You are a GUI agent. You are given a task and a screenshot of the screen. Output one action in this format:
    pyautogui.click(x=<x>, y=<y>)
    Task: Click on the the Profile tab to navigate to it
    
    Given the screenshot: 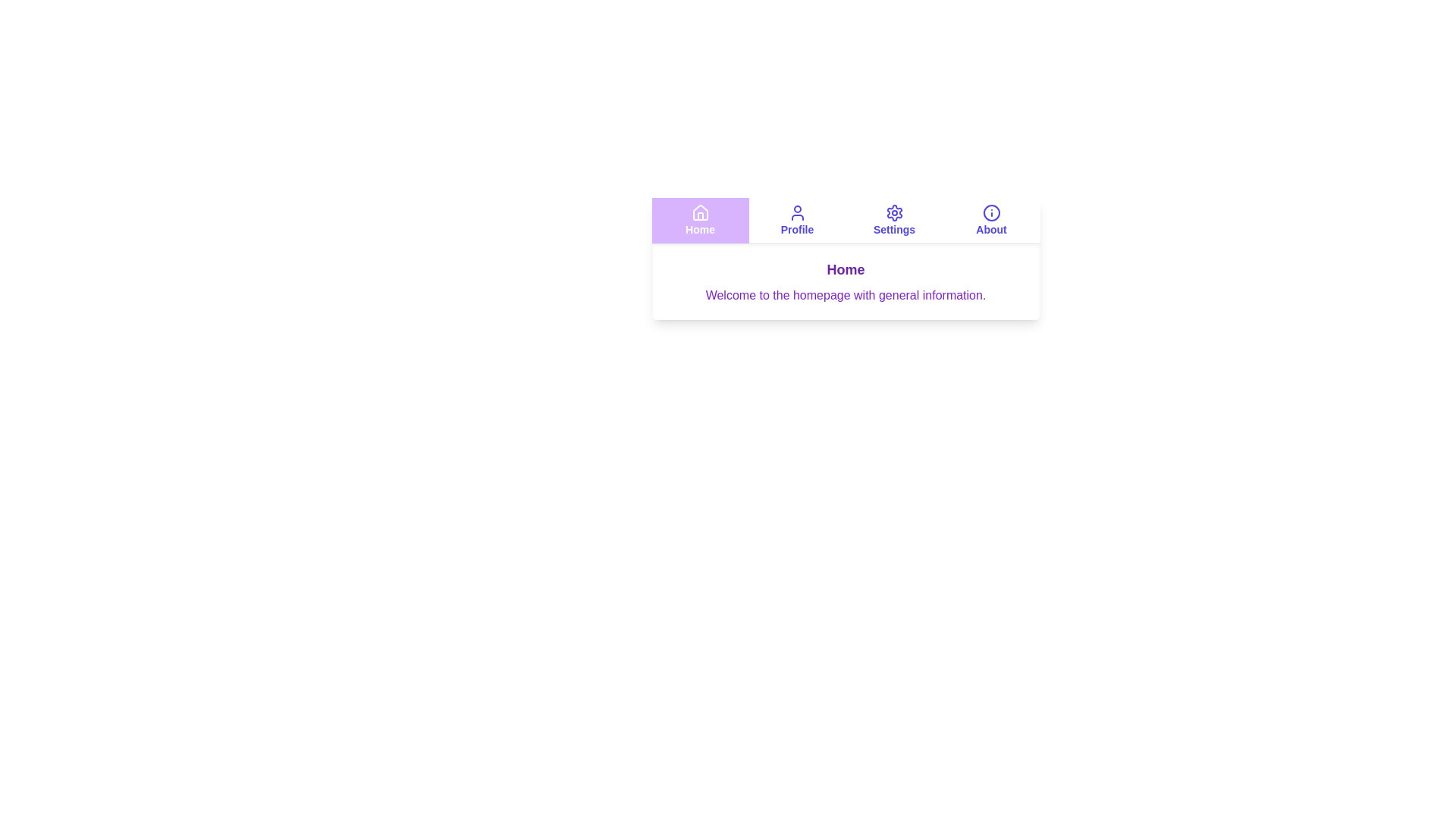 What is the action you would take?
    pyautogui.click(x=796, y=220)
    